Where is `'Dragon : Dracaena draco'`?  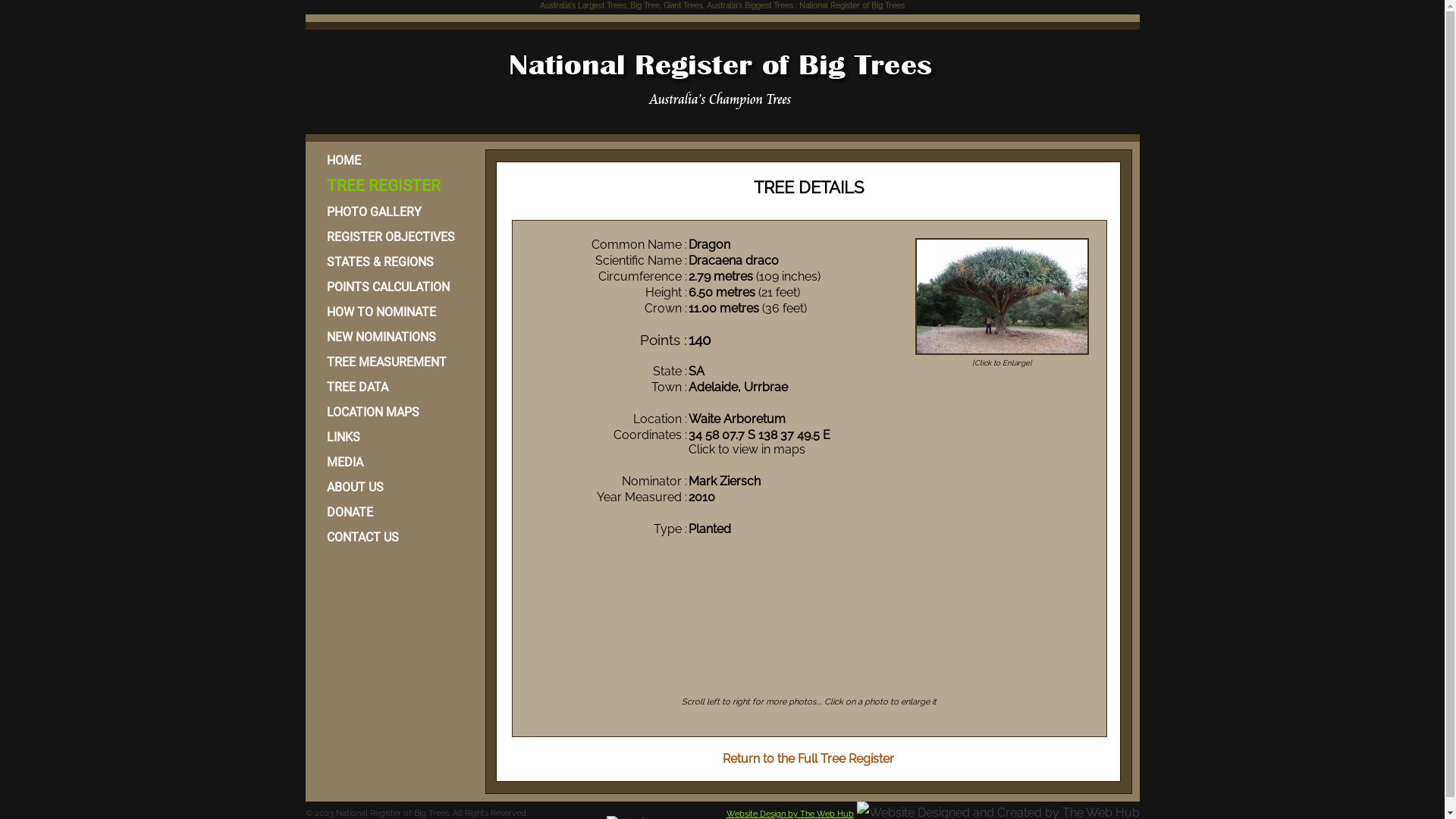 'Dragon : Dracaena draco' is located at coordinates (1002, 296).